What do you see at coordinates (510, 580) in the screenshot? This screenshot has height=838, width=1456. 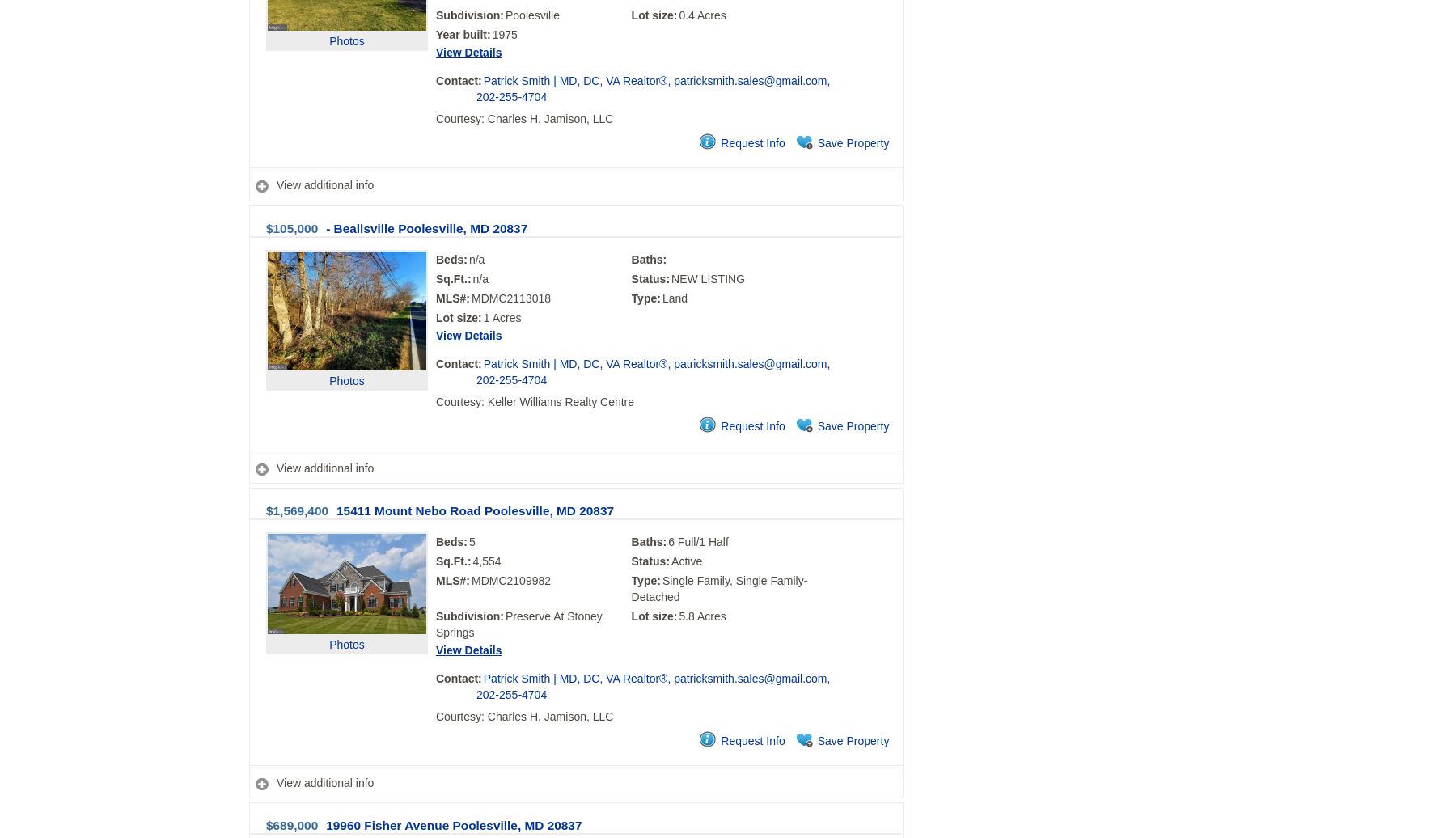 I see `'MDMC2109982'` at bounding box center [510, 580].